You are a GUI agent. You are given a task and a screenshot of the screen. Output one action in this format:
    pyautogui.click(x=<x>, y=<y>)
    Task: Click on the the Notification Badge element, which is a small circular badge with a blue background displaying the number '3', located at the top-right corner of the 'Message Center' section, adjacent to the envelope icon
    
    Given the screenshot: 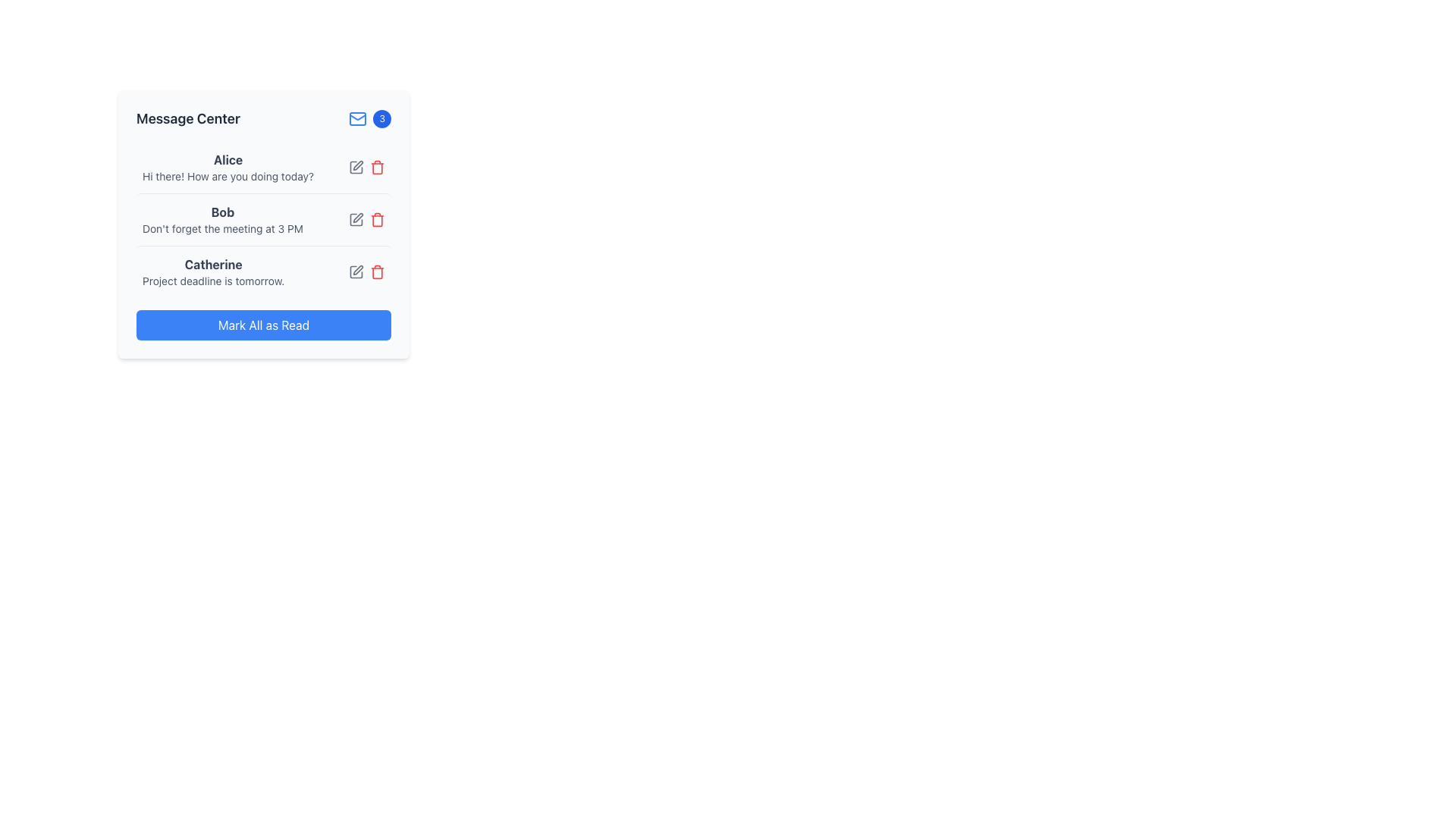 What is the action you would take?
    pyautogui.click(x=370, y=118)
    